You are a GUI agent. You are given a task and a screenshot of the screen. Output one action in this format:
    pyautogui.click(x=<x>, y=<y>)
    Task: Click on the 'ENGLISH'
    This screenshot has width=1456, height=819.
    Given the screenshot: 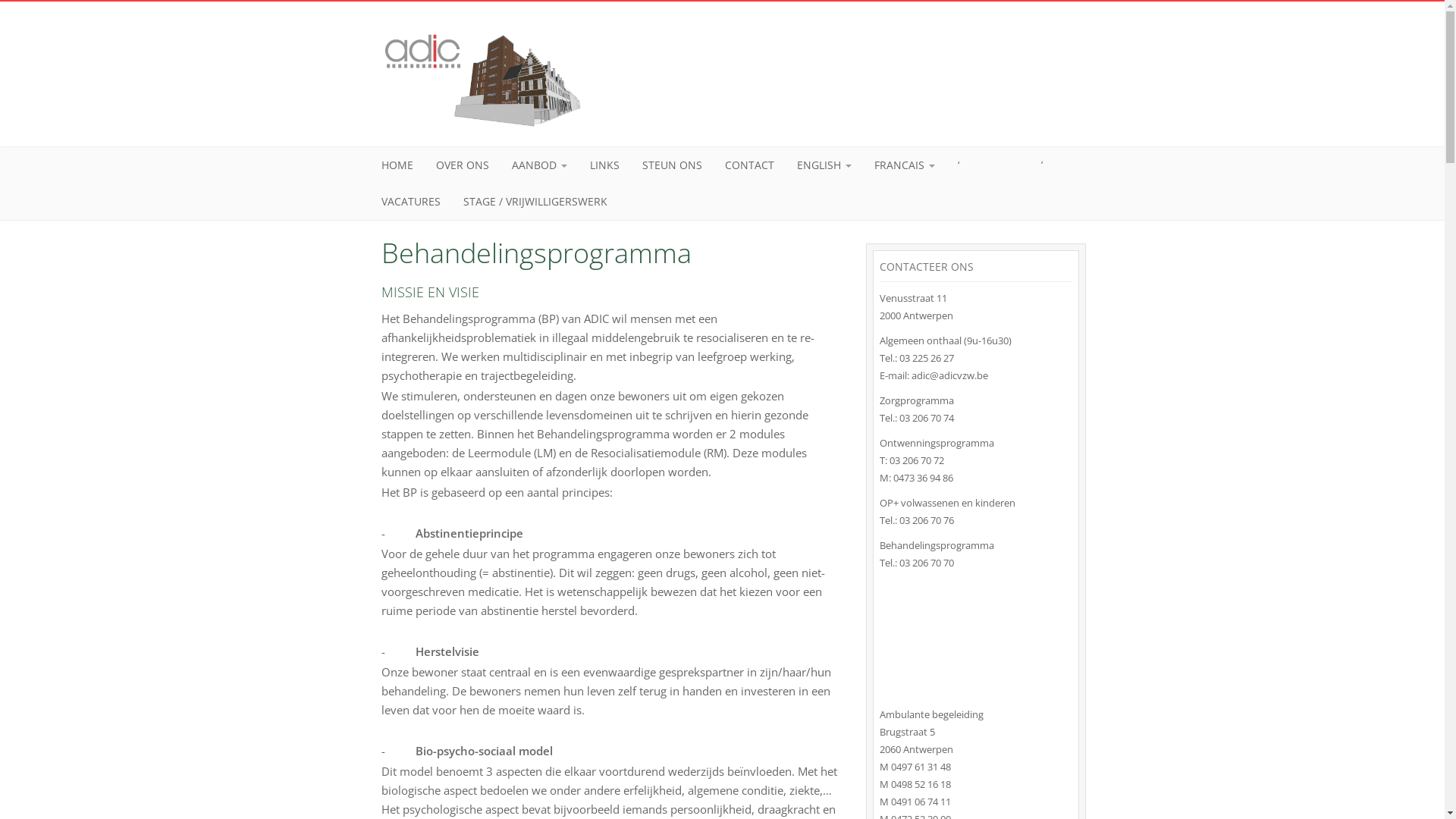 What is the action you would take?
    pyautogui.click(x=823, y=165)
    